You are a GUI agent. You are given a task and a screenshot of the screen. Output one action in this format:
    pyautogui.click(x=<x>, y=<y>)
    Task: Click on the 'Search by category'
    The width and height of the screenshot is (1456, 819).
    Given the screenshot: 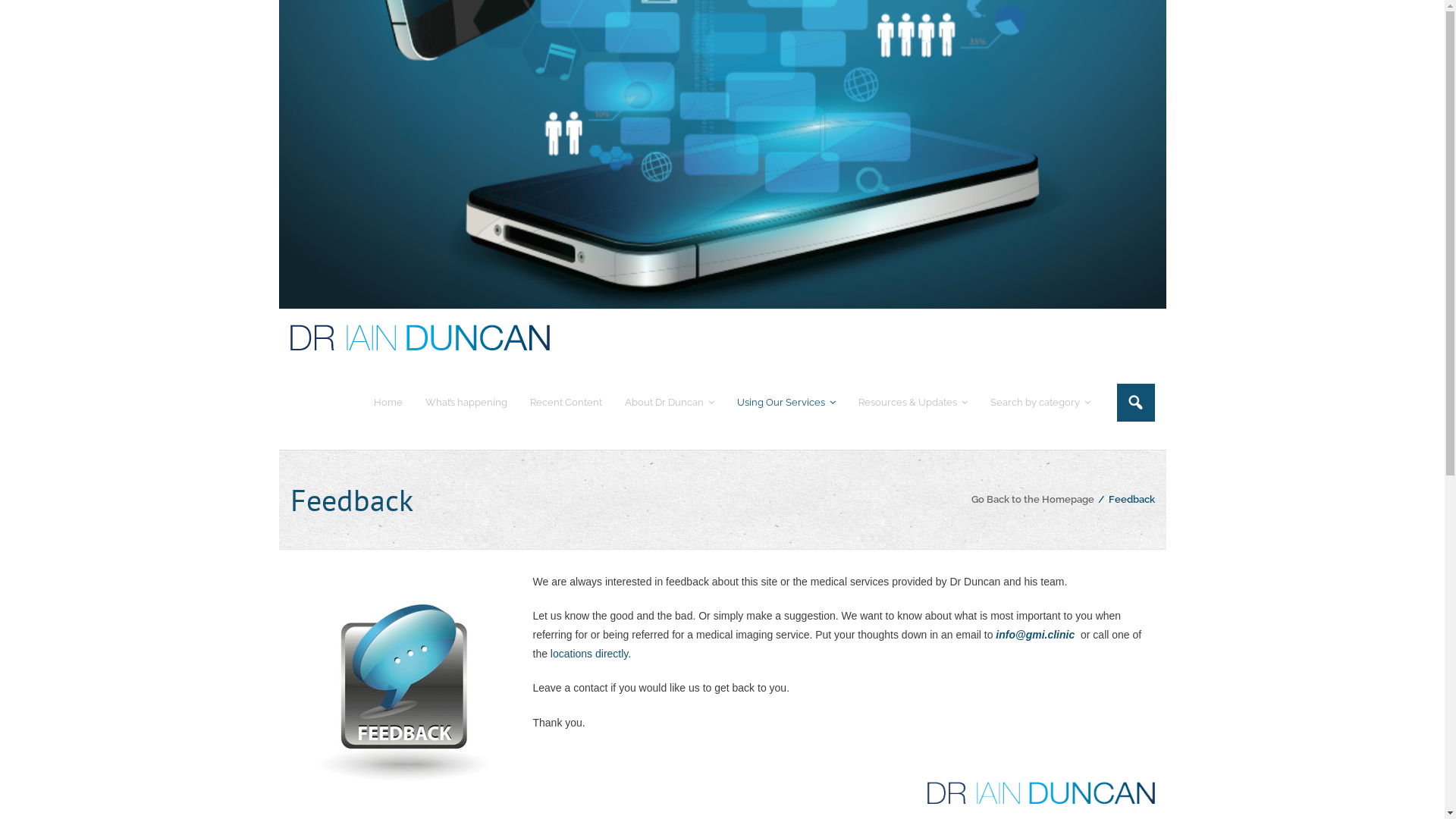 What is the action you would take?
    pyautogui.click(x=1039, y=401)
    